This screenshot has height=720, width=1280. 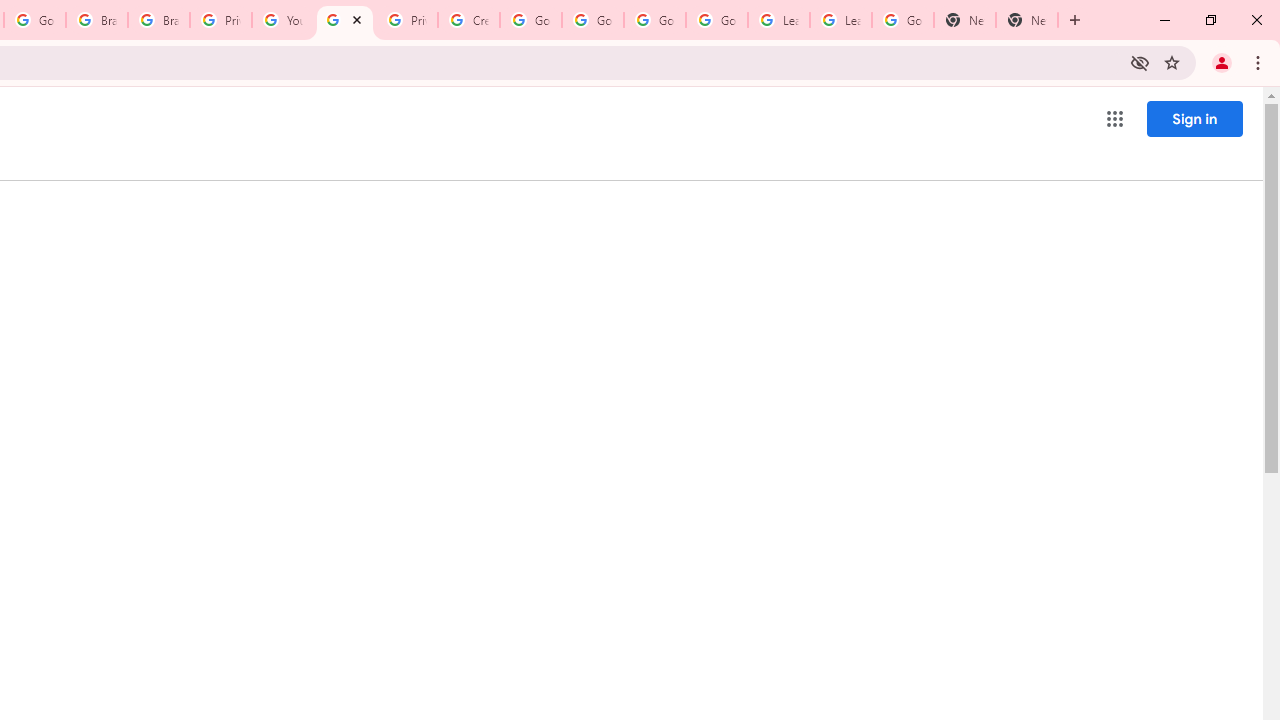 What do you see at coordinates (281, 20) in the screenshot?
I see `'YouTube'` at bounding box center [281, 20].